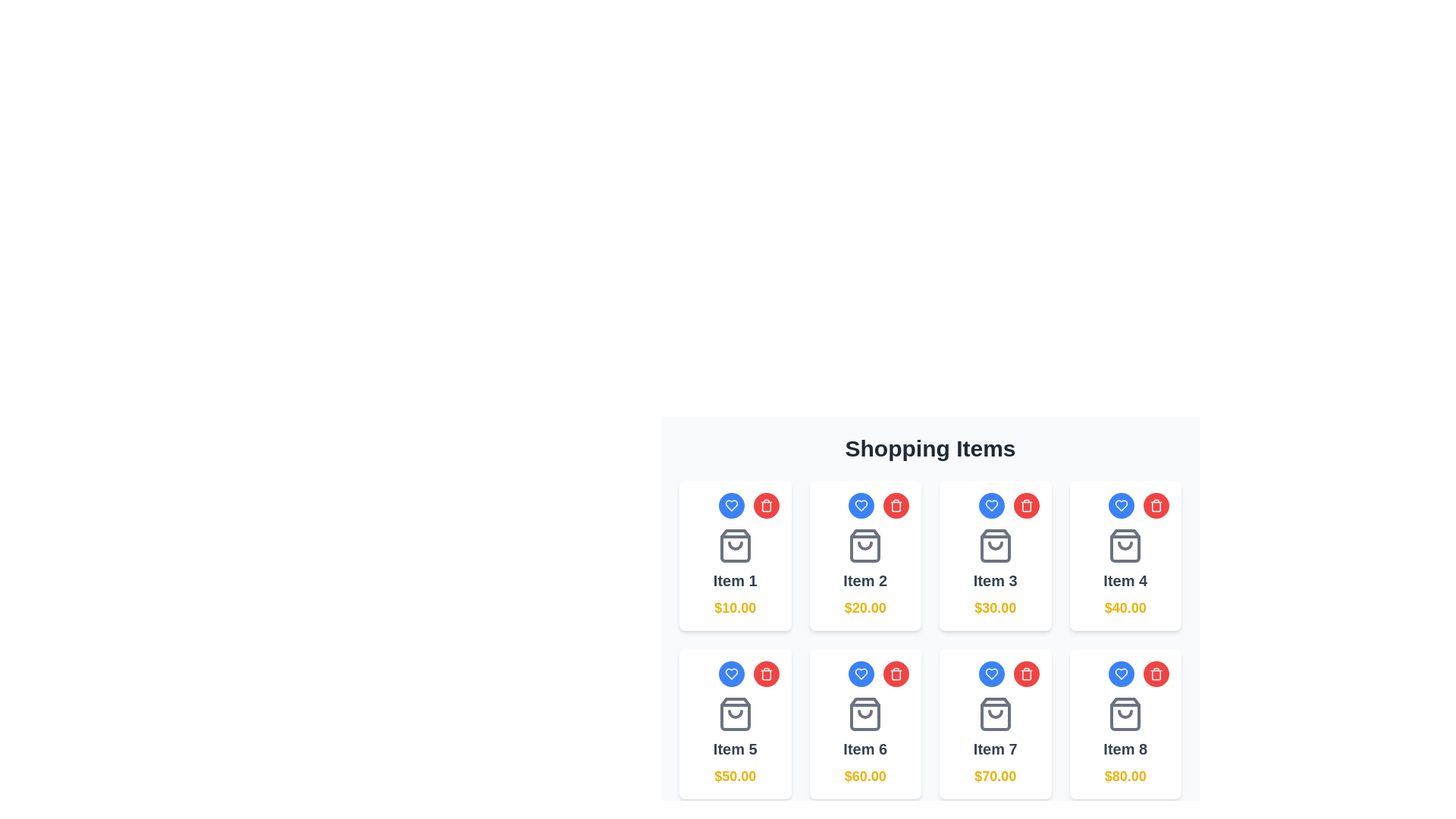 The width and height of the screenshot is (1456, 819). What do you see at coordinates (991, 673) in the screenshot?
I see `the blue circular icon button located at the top left corner of the section for 'Item 7' in the shopping items grid` at bounding box center [991, 673].